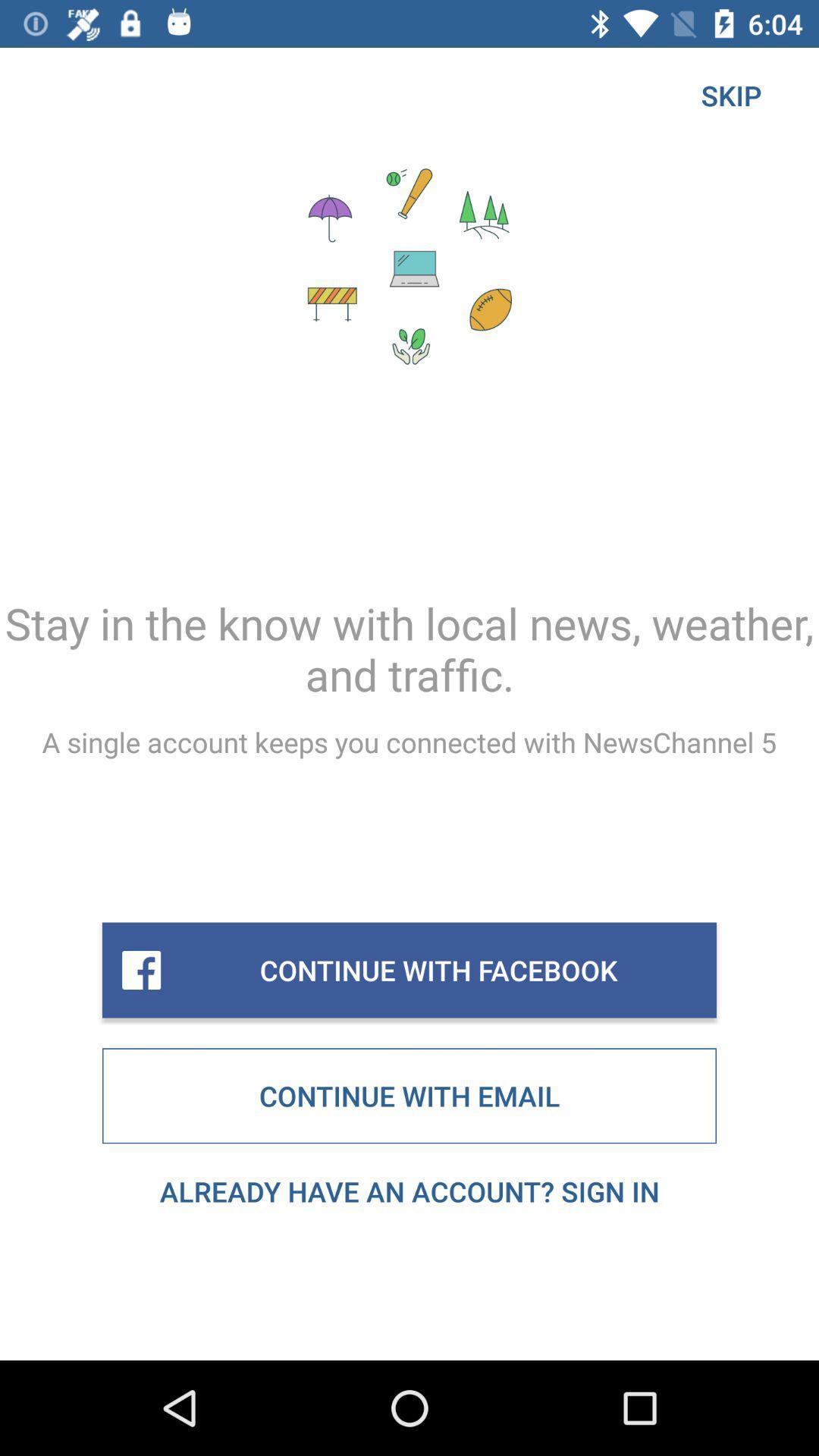 This screenshot has height=1456, width=819. Describe the element at coordinates (730, 94) in the screenshot. I see `skip` at that location.